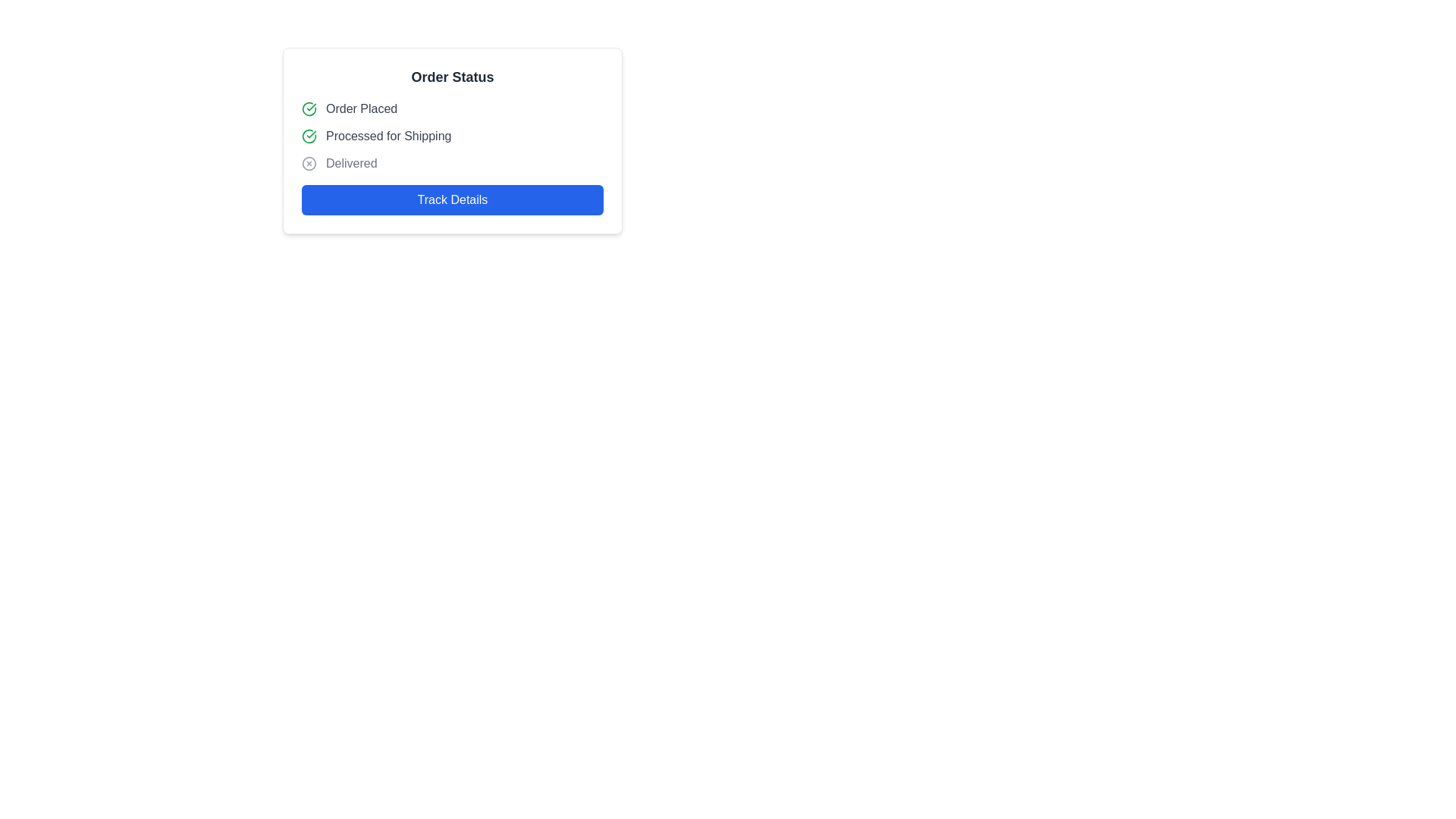  Describe the element at coordinates (309, 108) in the screenshot. I see `the visual status indicated by the green circular checkmark icon at the beginning of the 'Order Placed' text` at that location.